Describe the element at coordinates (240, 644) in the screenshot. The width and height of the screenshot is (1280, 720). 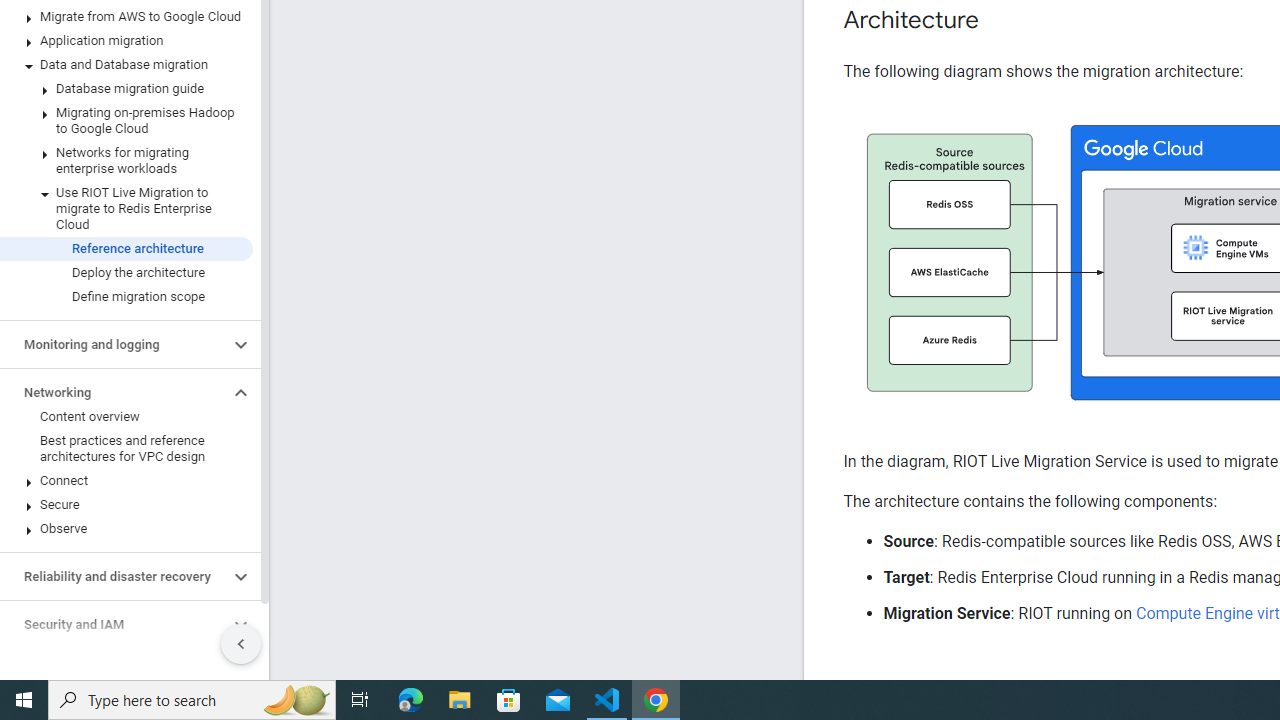
I see `'Hide side navigation'` at that location.